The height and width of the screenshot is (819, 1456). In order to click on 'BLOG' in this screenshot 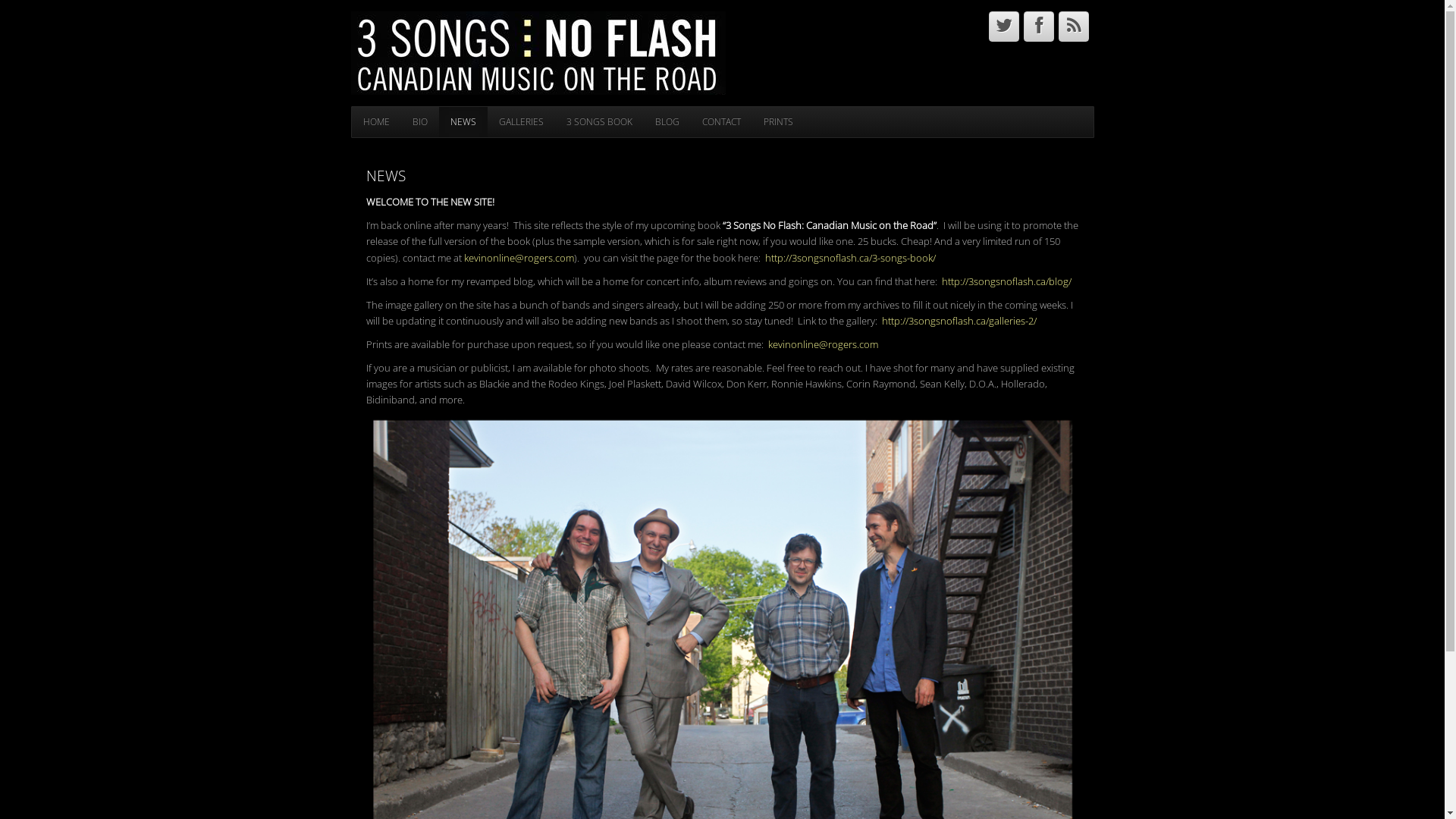, I will do `click(666, 121)`.